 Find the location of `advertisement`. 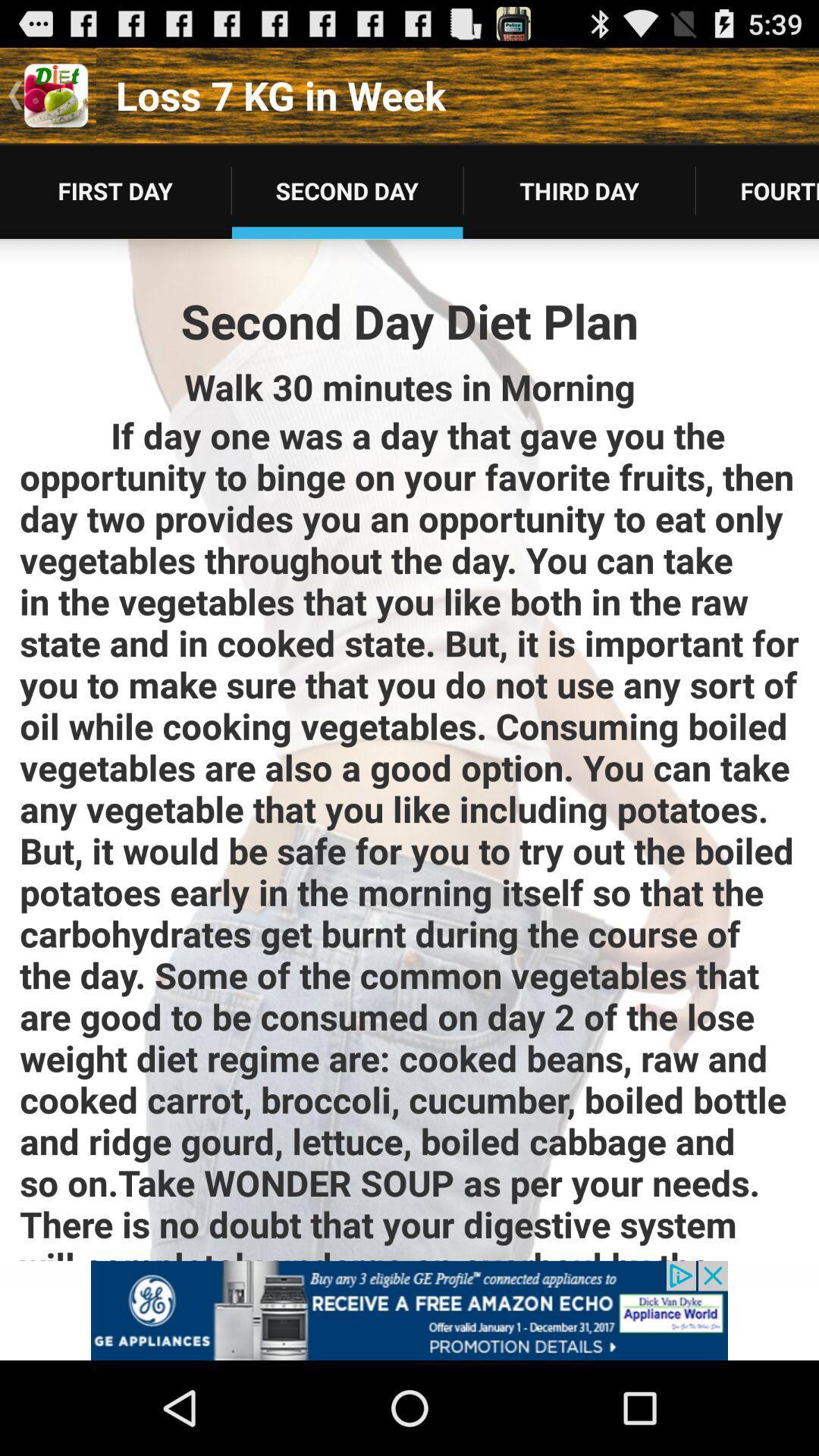

advertisement is located at coordinates (409, 1310).